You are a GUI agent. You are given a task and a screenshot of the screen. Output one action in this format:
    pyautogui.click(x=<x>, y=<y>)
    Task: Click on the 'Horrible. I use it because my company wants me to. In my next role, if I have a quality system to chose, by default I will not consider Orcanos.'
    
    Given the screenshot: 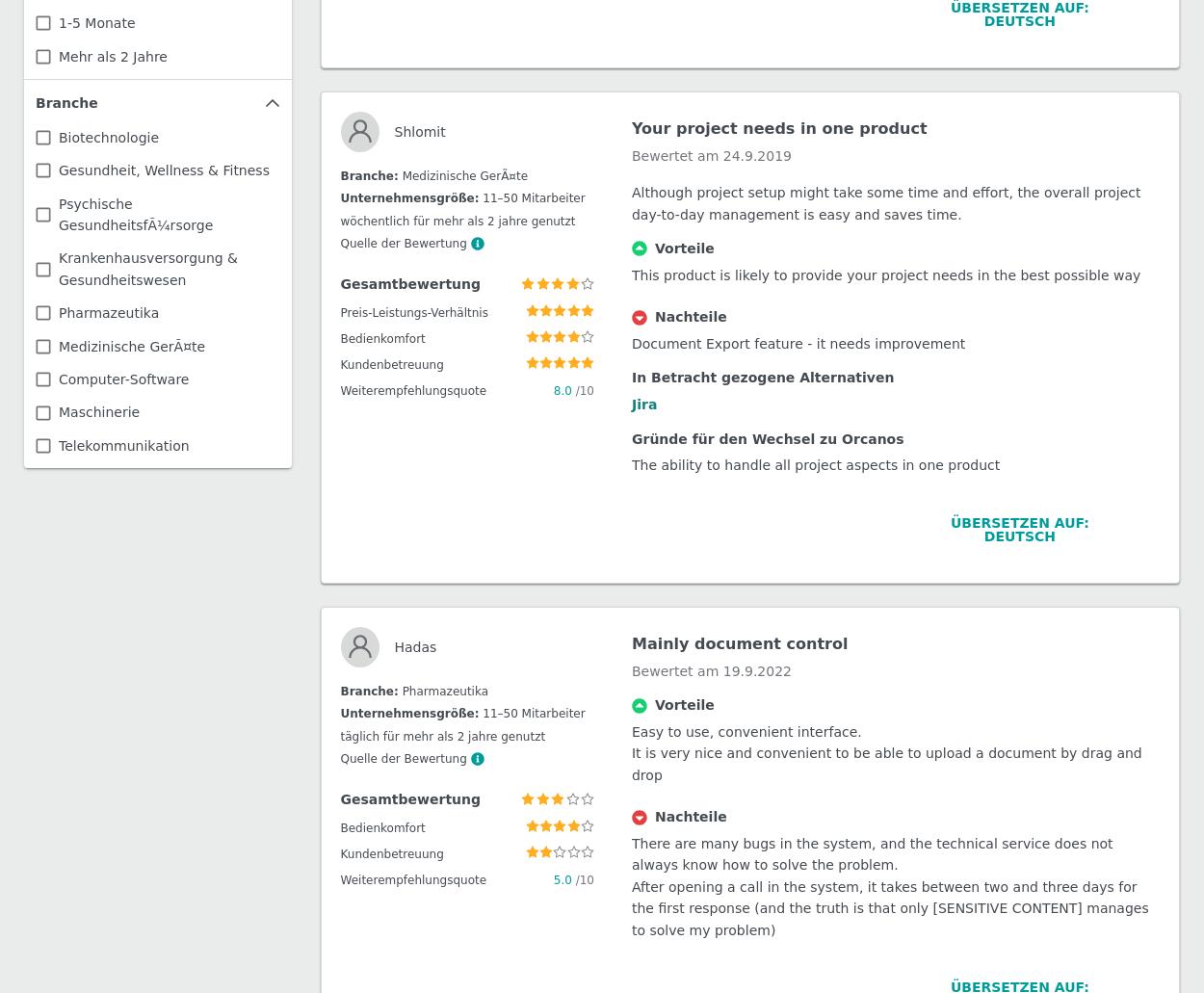 What is the action you would take?
    pyautogui.click(x=891, y=384)
    